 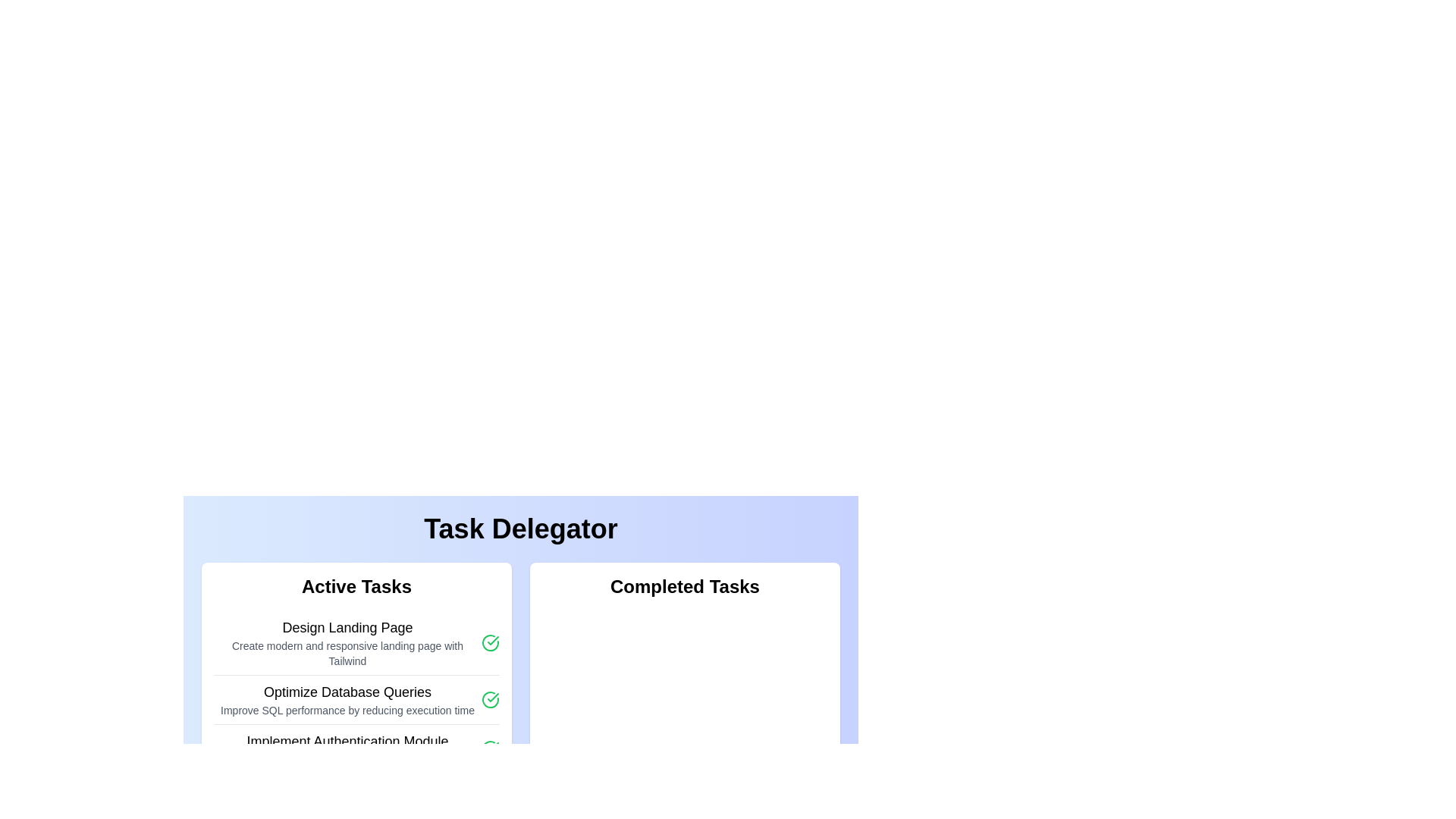 I want to click on the green circular vector graphic that is part of the checkmark design indicating a completed action, located within the 'Active Tasks' section next to the 'Optimize Database Queries' text area, so click(x=491, y=643).